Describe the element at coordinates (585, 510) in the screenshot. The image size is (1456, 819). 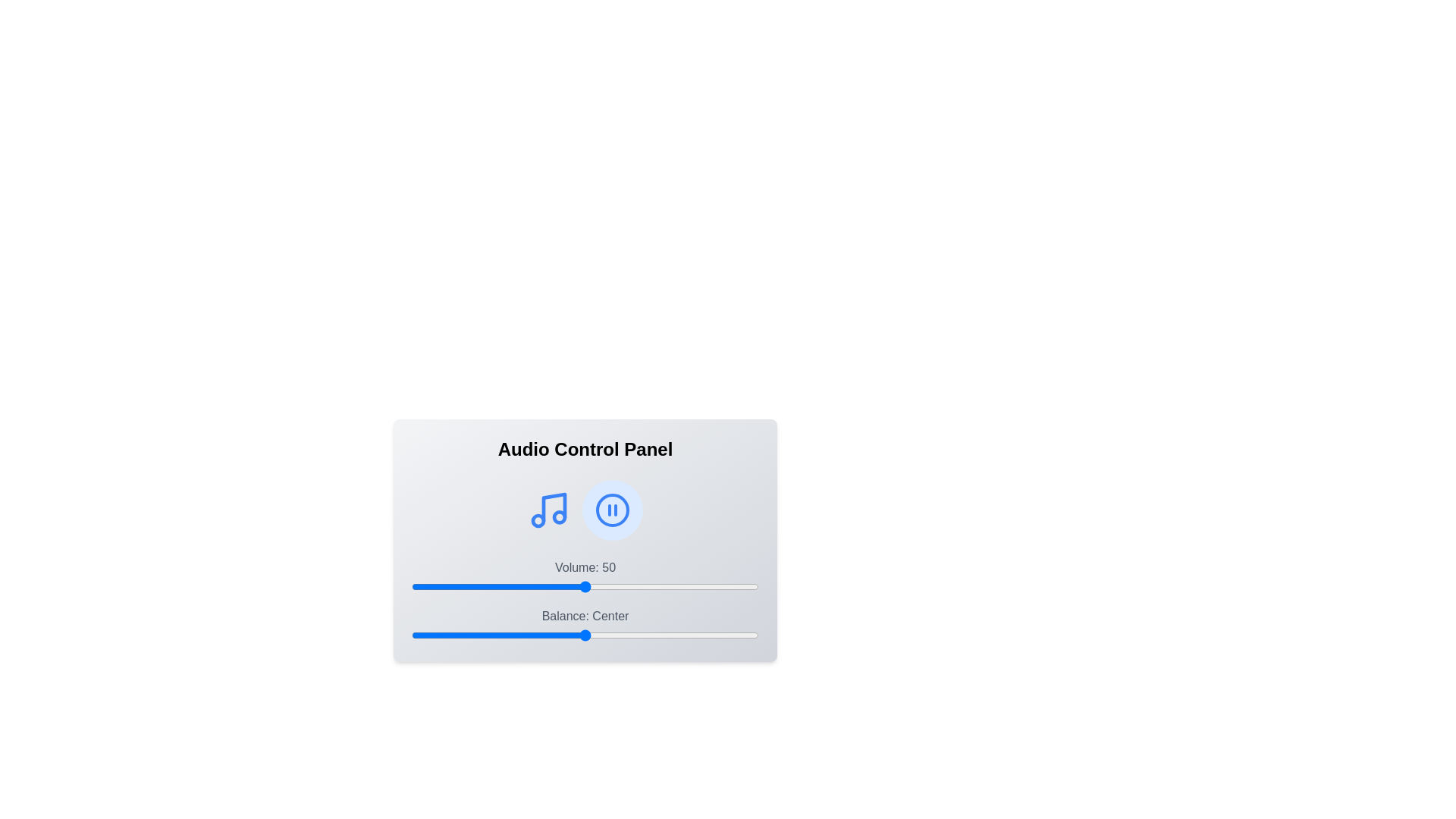
I see `the icons in the Audio Control Panel, specifically the musical note and the circular pause button` at that location.